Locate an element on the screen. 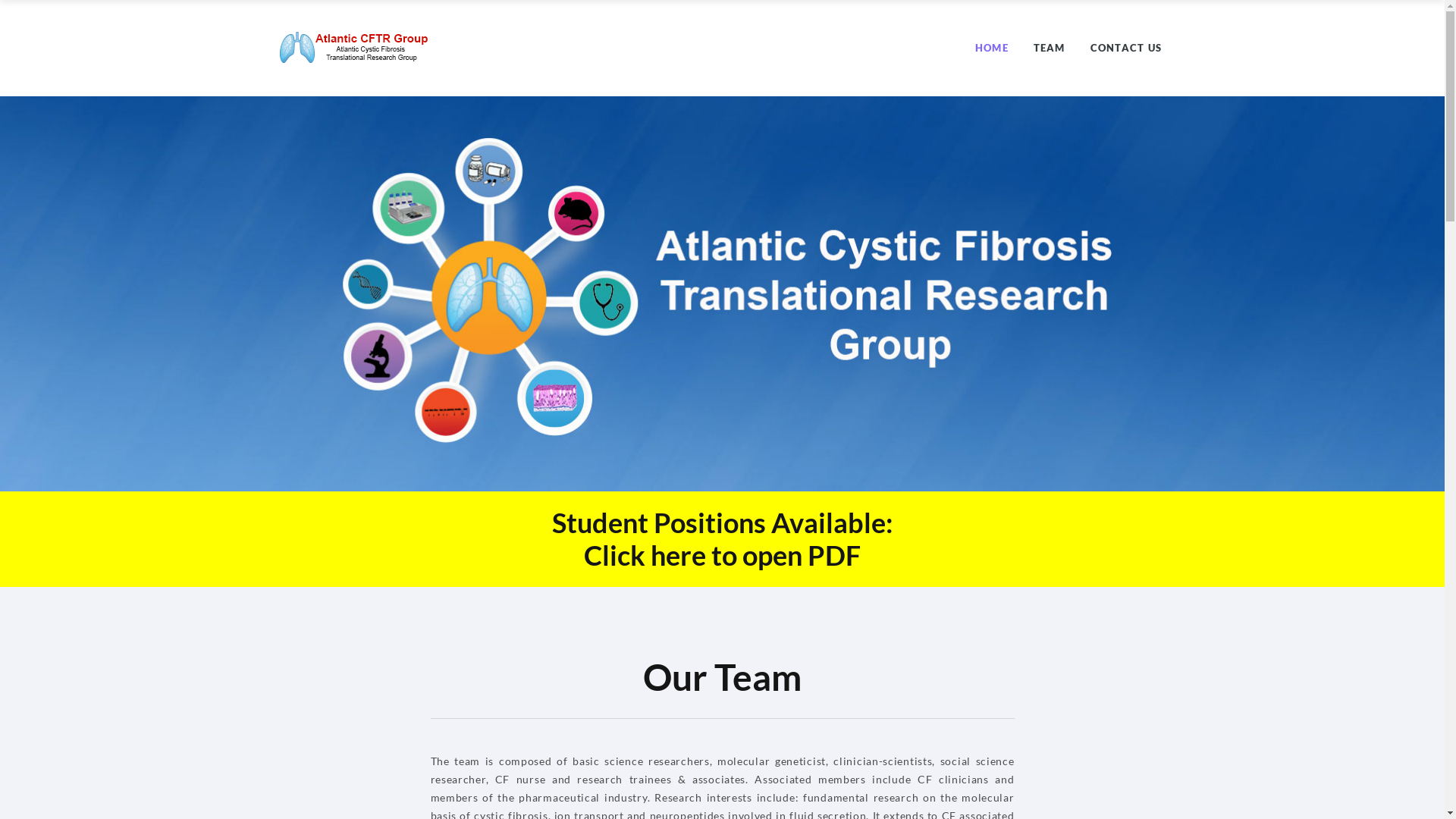  'TEAM' is located at coordinates (1033, 46).